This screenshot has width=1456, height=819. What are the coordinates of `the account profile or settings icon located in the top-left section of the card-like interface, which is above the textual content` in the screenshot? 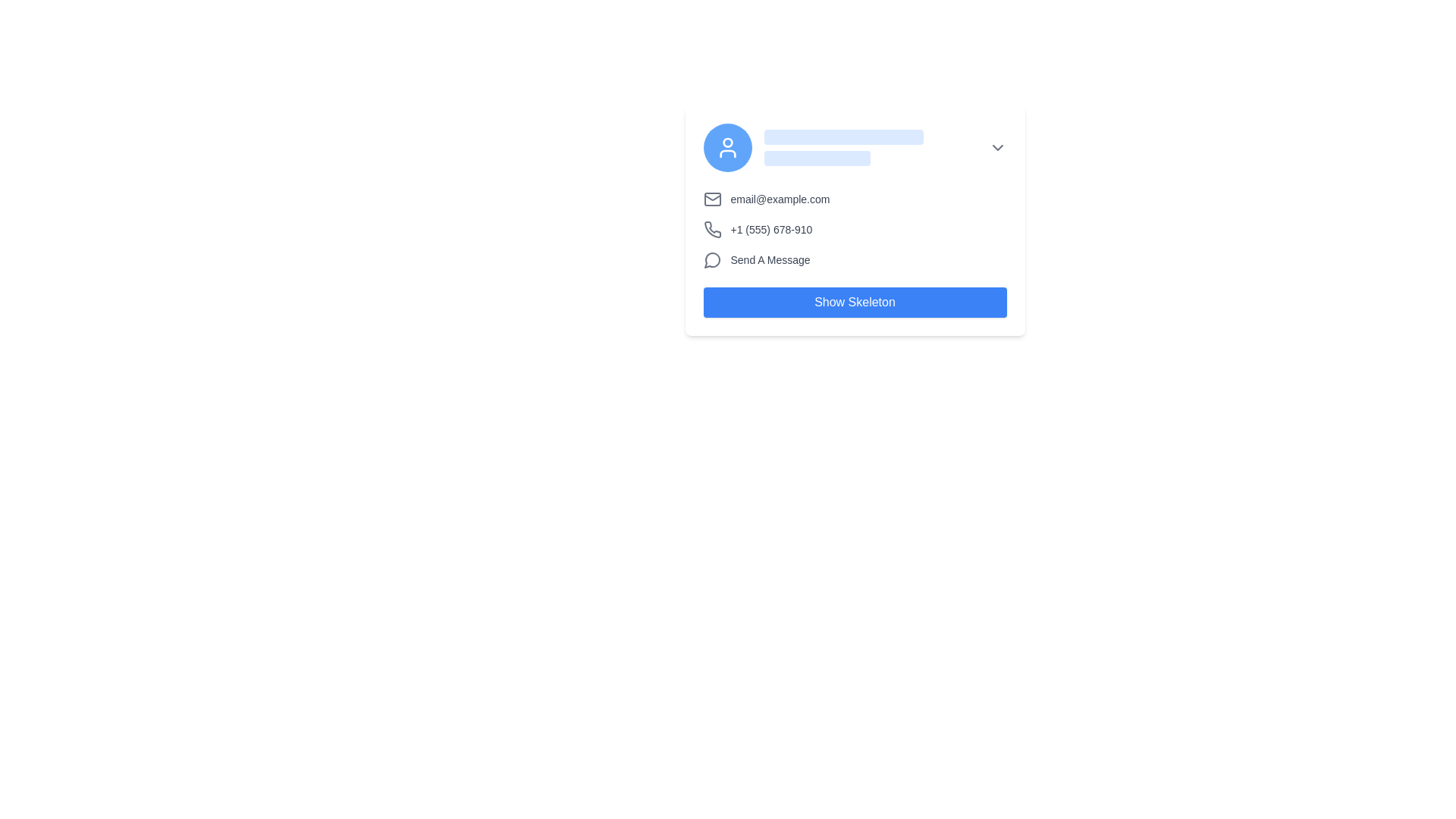 It's located at (726, 148).